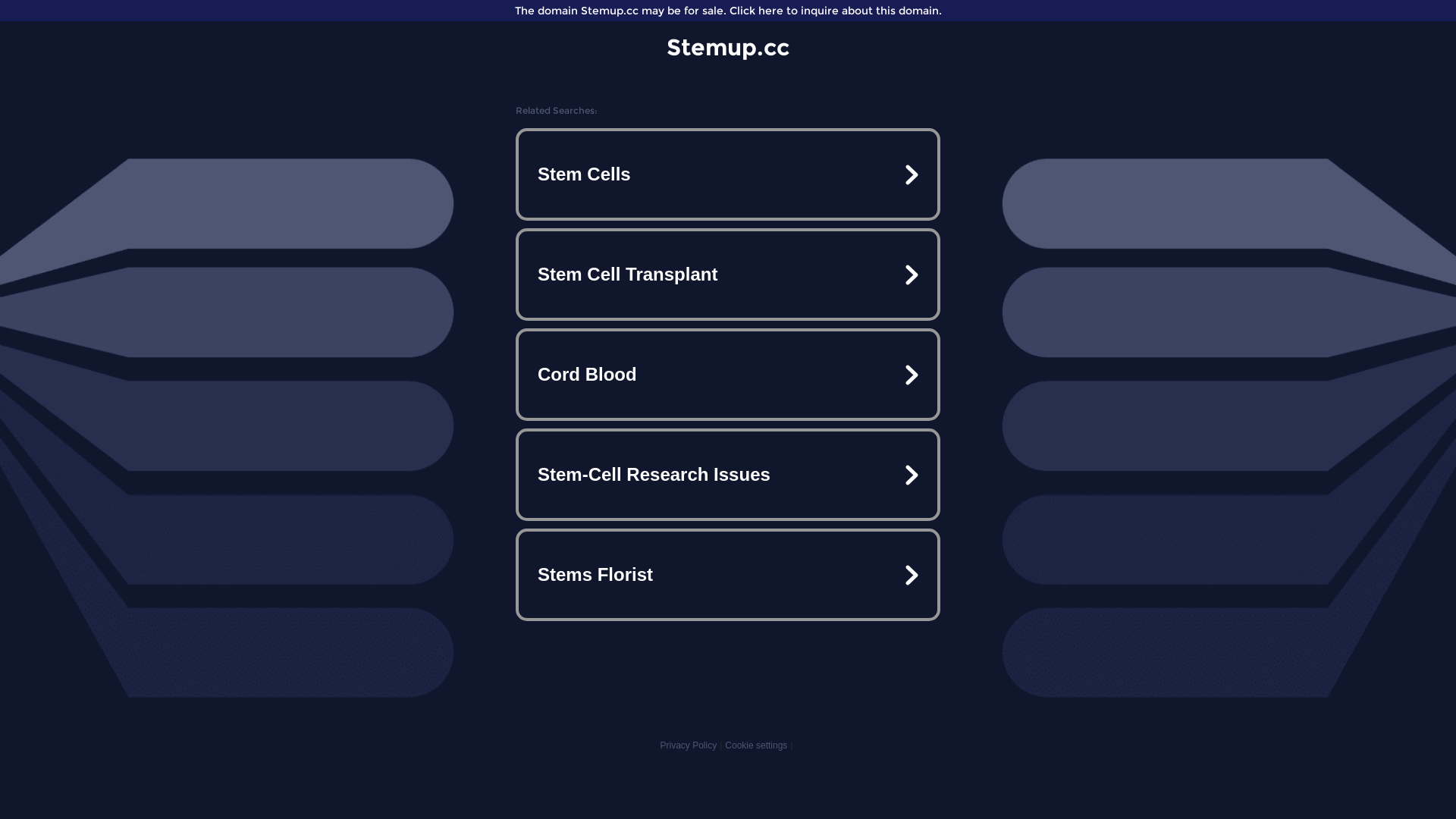 This screenshot has height=819, width=1456. Describe the element at coordinates (756, 745) in the screenshot. I see `'Cookie settings'` at that location.